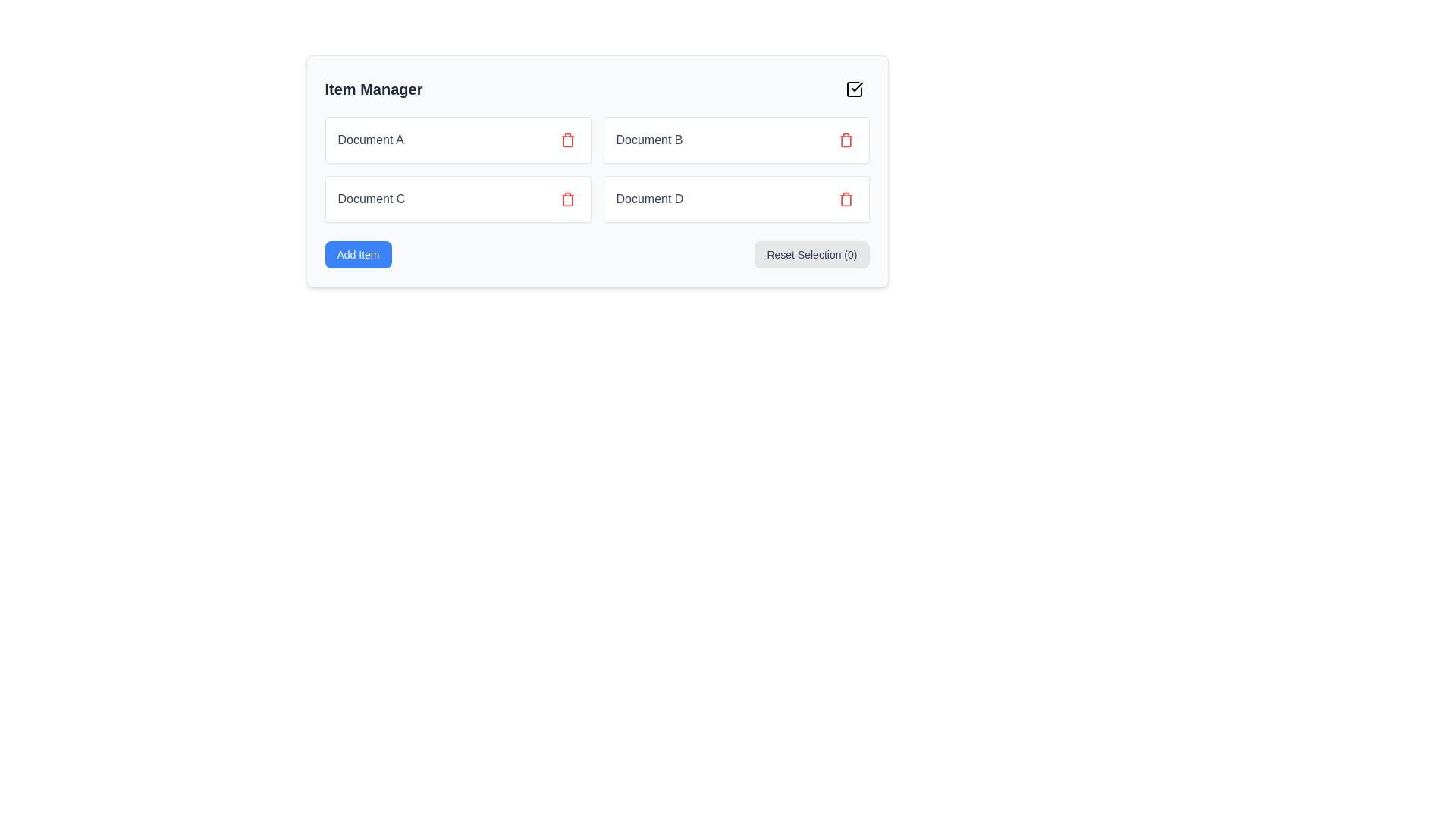  Describe the element at coordinates (566, 140) in the screenshot. I see `the trash can icon button located at the end of the row labeled 'Document A' in the document list grid` at that location.